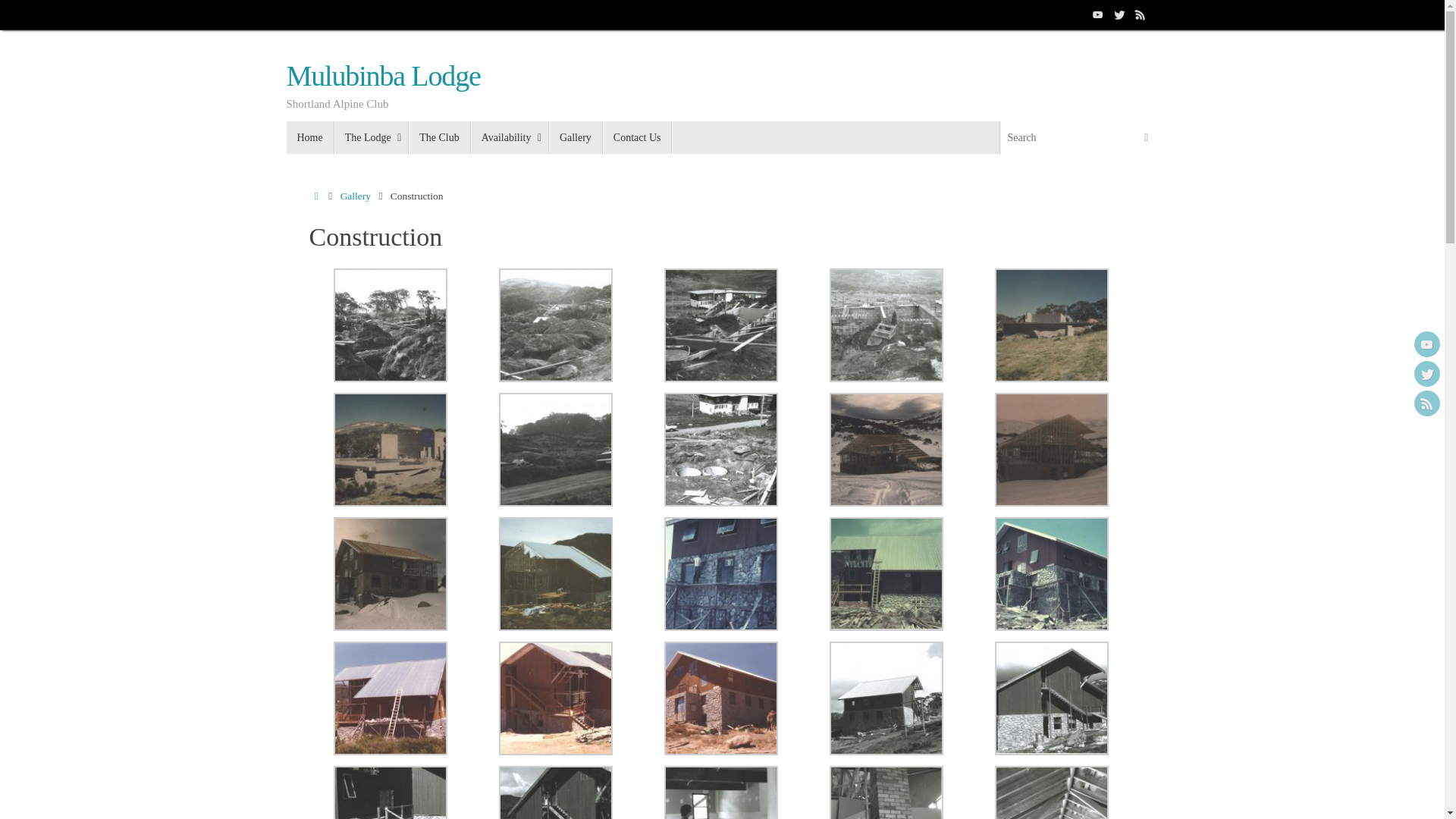 The height and width of the screenshot is (819, 1456). Describe the element at coordinates (383, 76) in the screenshot. I see `'Mulubinba Lodge'` at that location.